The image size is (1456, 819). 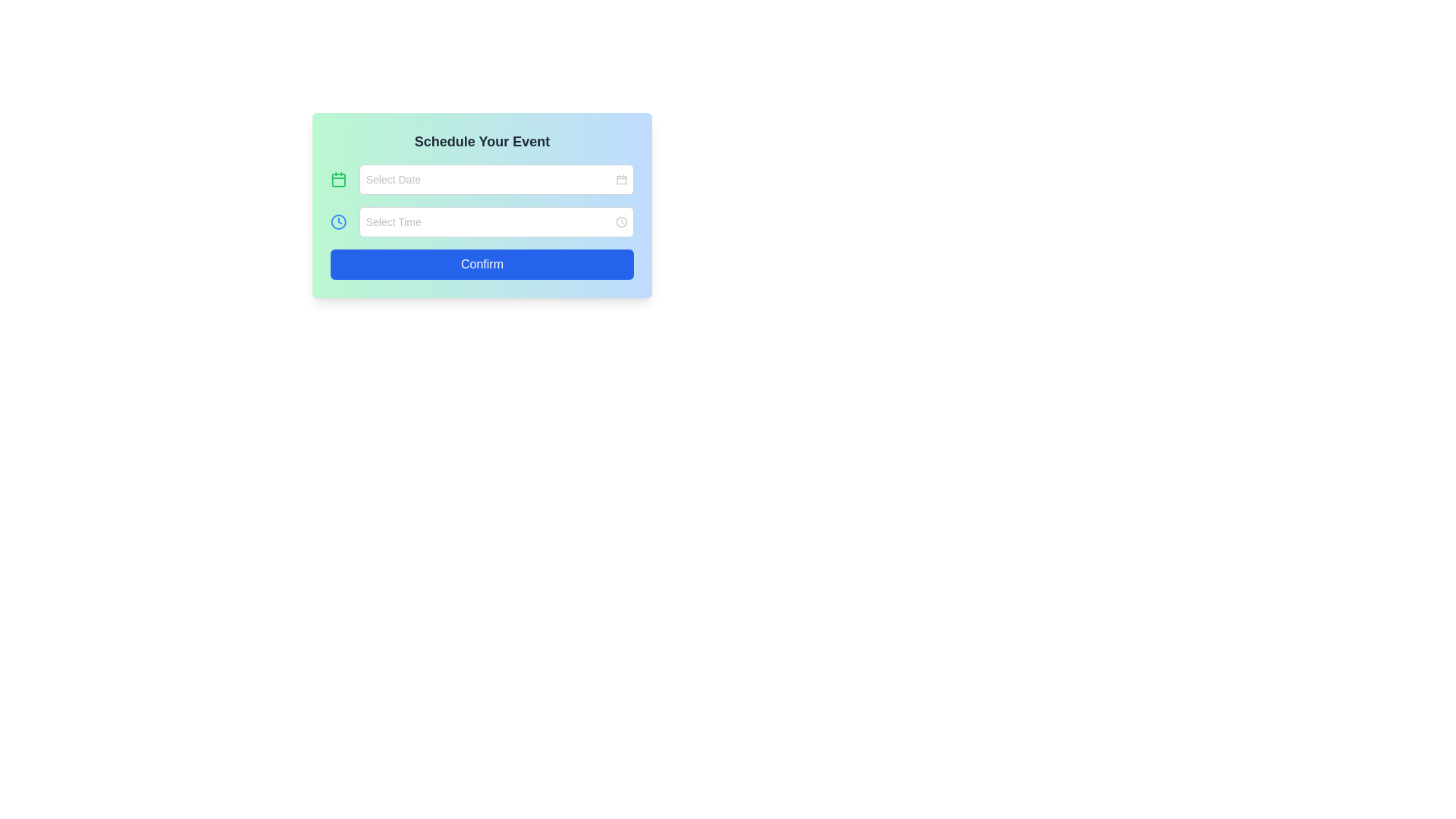 What do you see at coordinates (622, 222) in the screenshot?
I see `the small clock icon located to the left of the 'Select Time' text input field, which is styled with a minimalist design` at bounding box center [622, 222].